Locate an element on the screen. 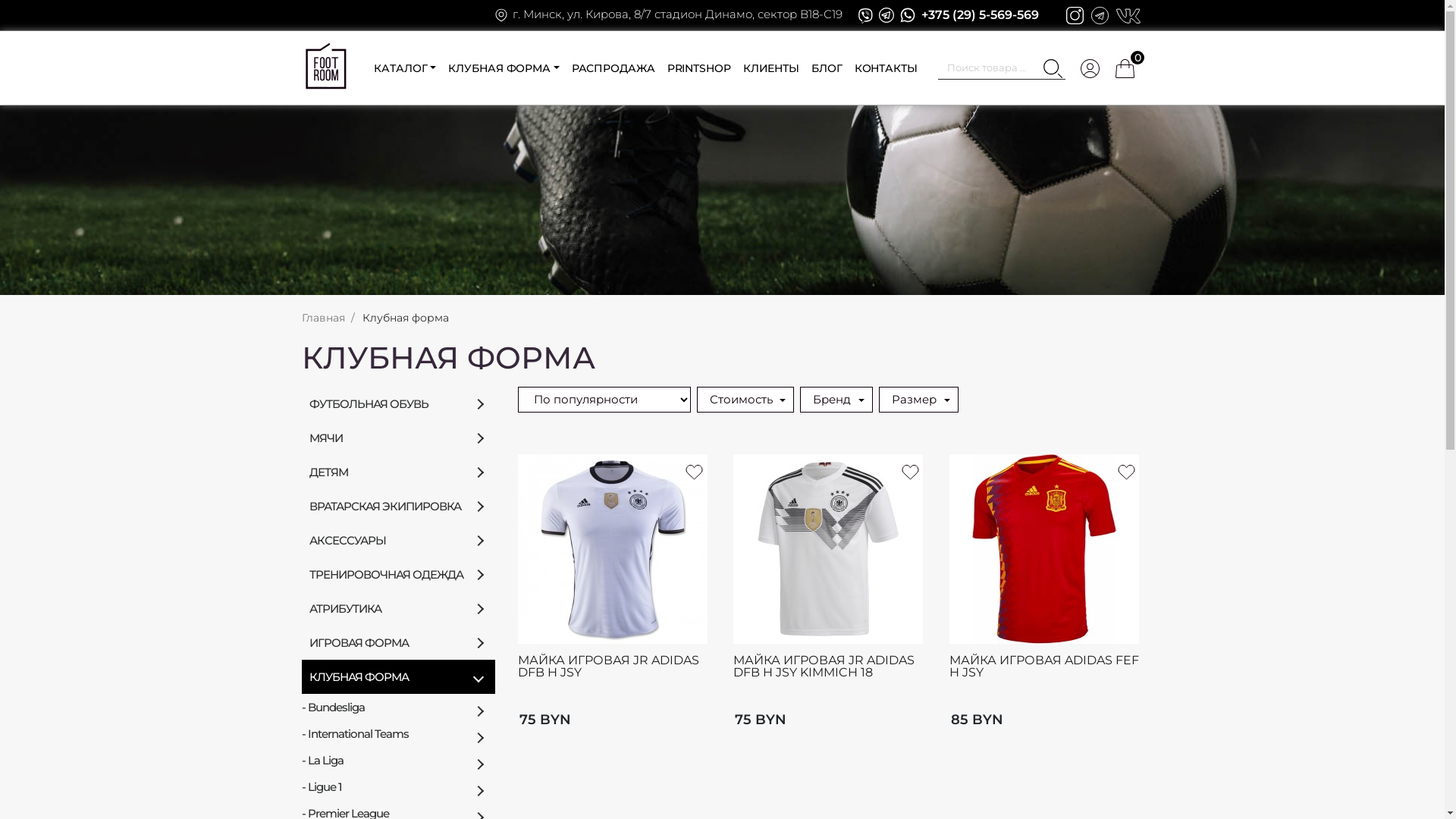  '- Ligue 1' is located at coordinates (398, 786).